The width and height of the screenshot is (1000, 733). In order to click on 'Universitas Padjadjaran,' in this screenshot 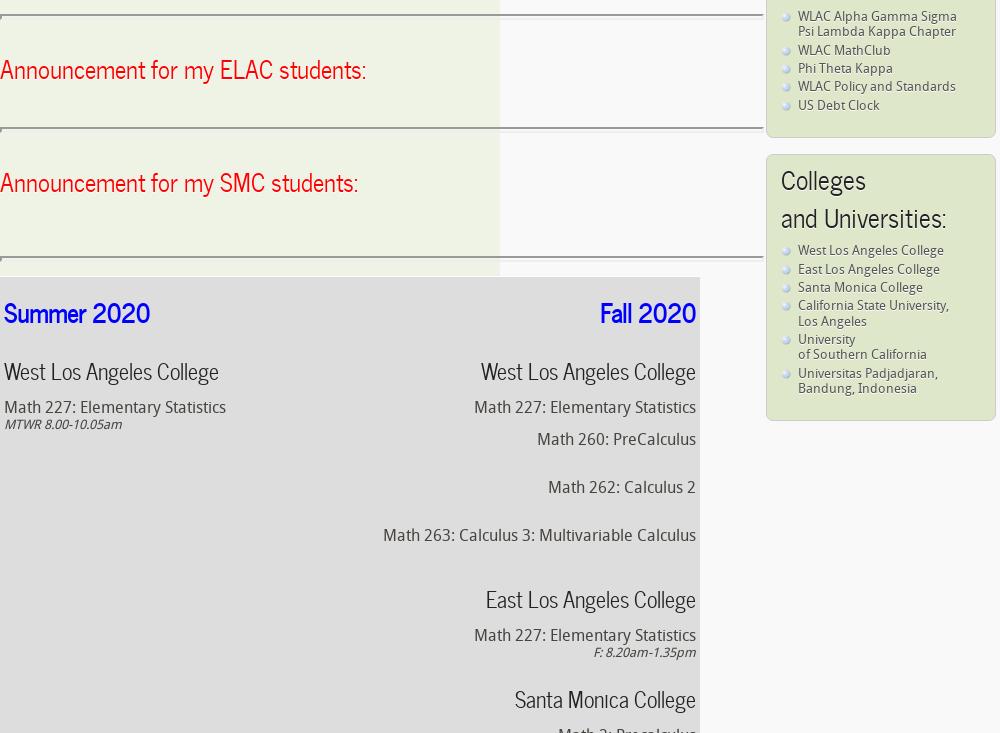, I will do `click(867, 373)`.